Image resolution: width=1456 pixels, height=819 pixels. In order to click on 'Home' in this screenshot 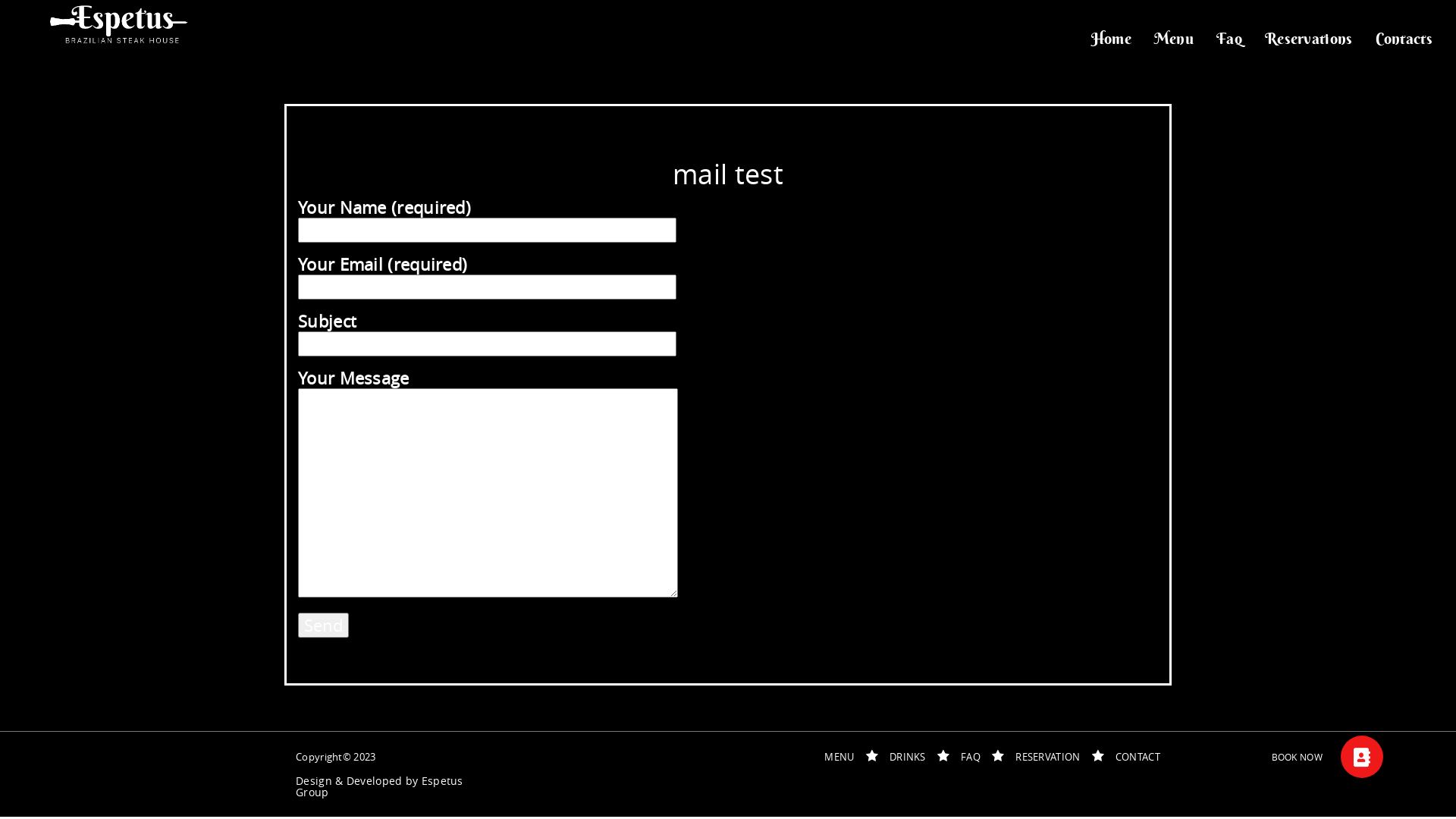, I will do `click(1111, 37)`.